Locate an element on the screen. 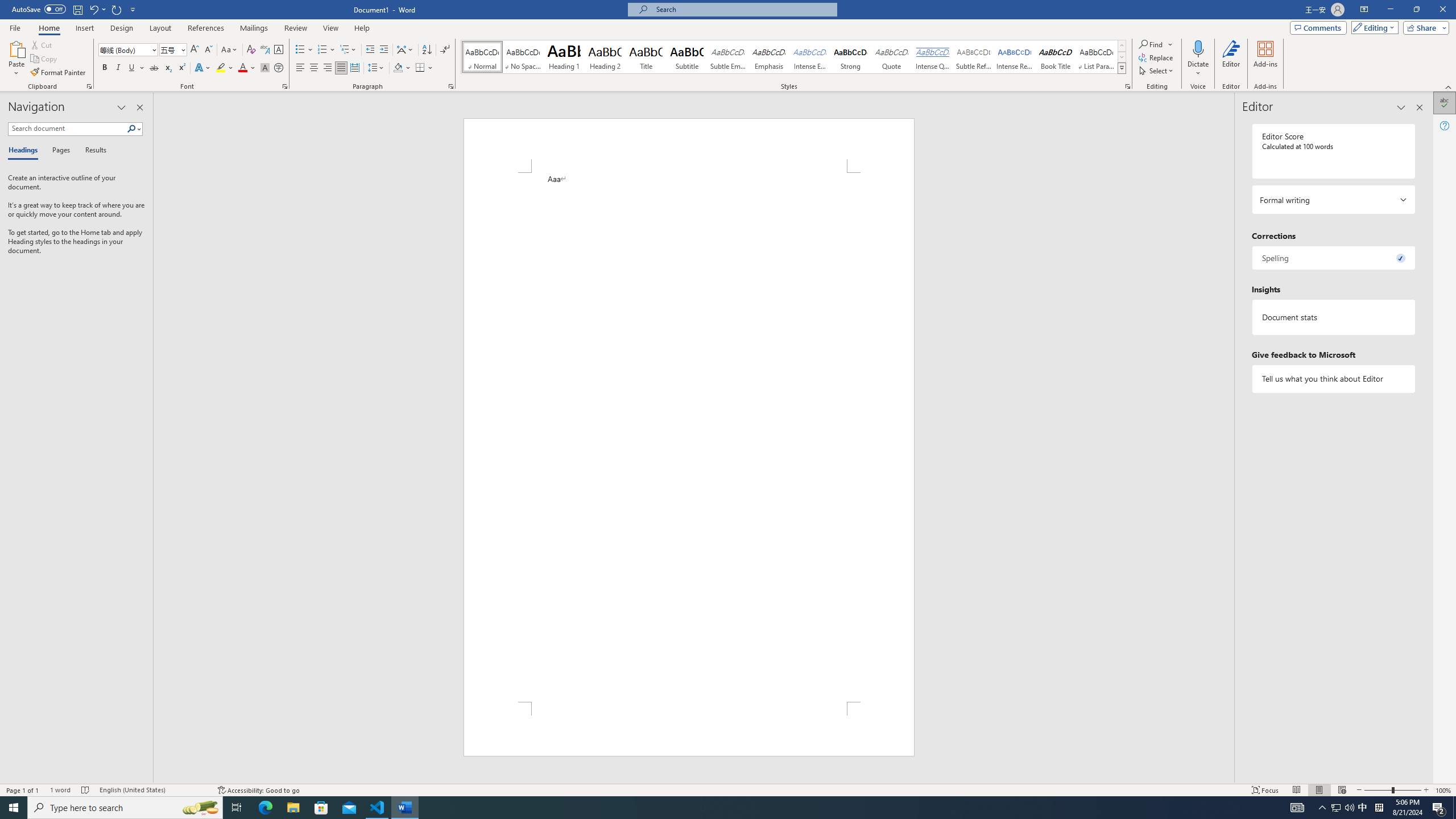 The width and height of the screenshot is (1456, 819). 'Subtle Reference' is located at coordinates (974, 56).